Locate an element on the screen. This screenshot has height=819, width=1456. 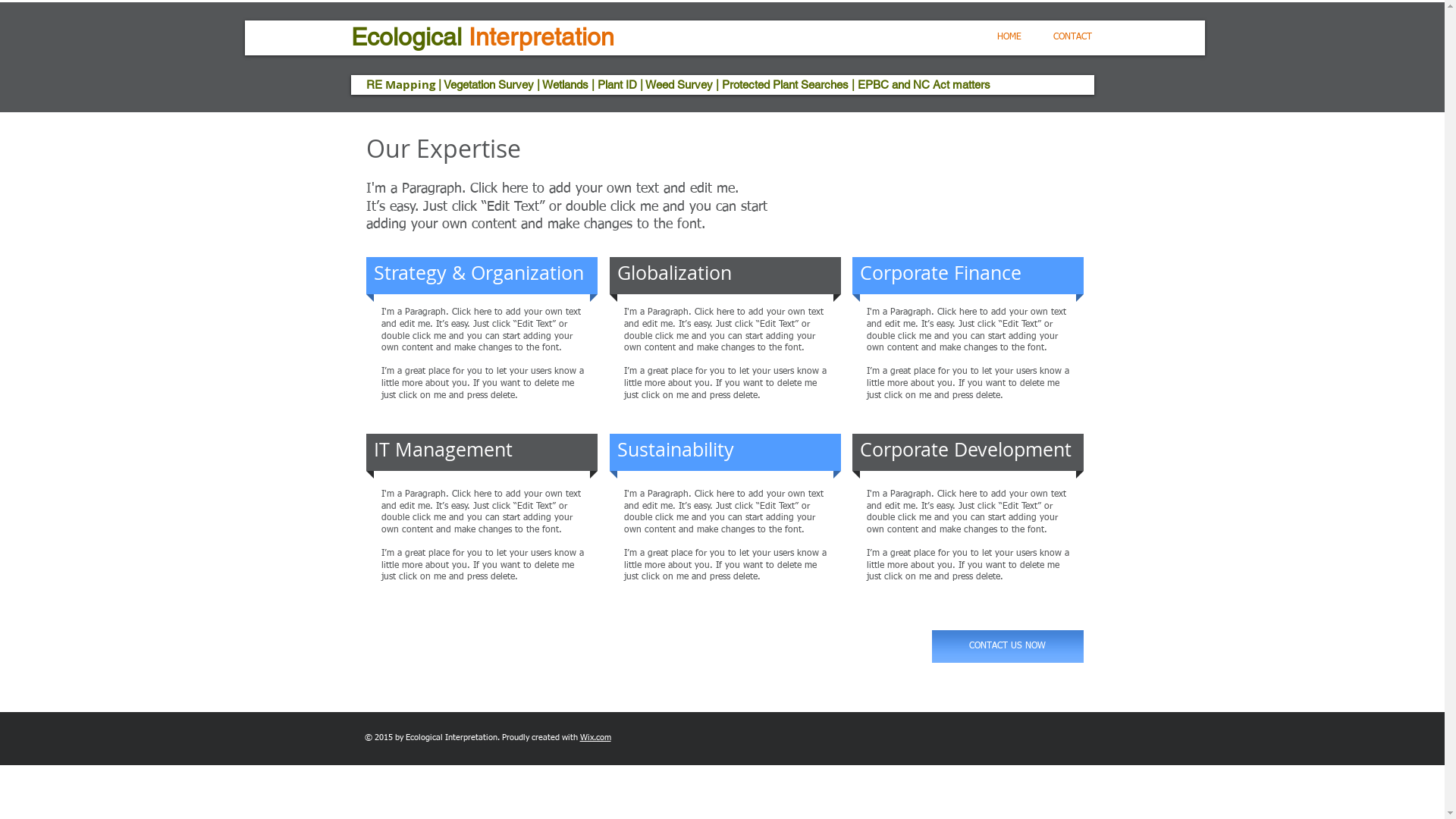
'Wix.com' is located at coordinates (594, 736).